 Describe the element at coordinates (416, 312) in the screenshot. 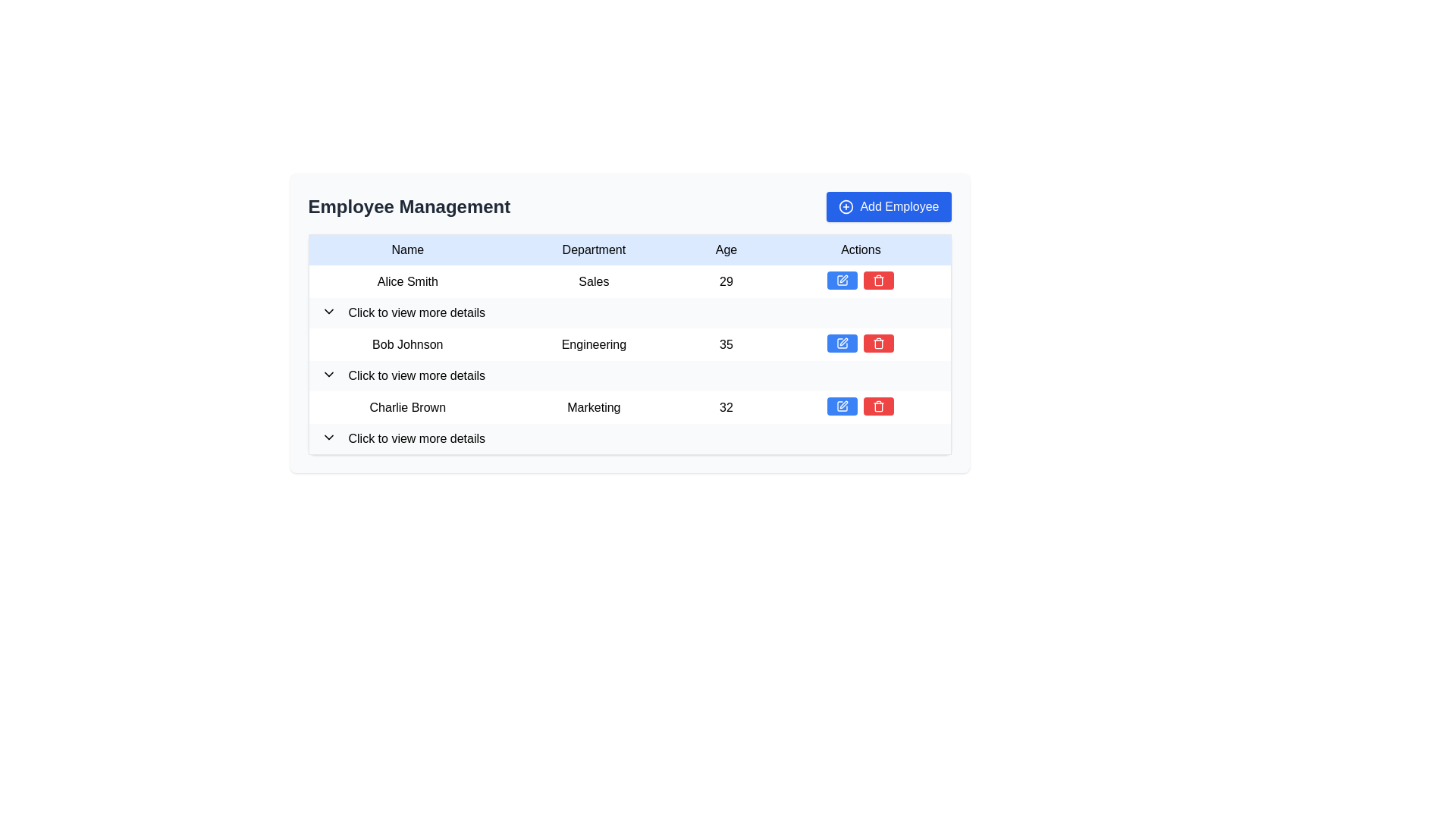

I see `the textual link located in the second row of the table, next to the 'Alice Smith' entry in the 'Name' column, to read the text` at that location.